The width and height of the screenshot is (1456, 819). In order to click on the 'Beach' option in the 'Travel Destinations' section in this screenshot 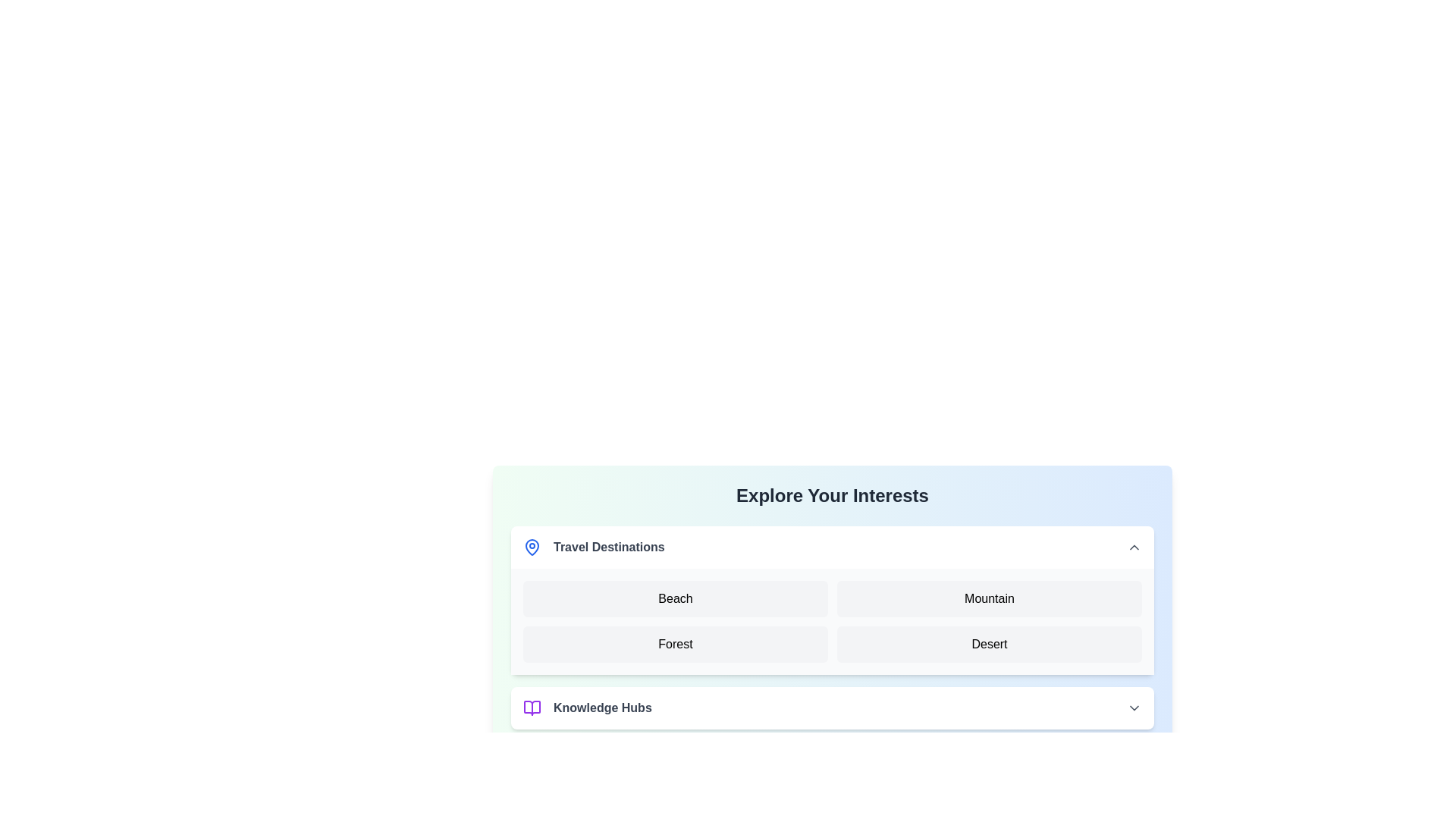, I will do `click(675, 598)`.